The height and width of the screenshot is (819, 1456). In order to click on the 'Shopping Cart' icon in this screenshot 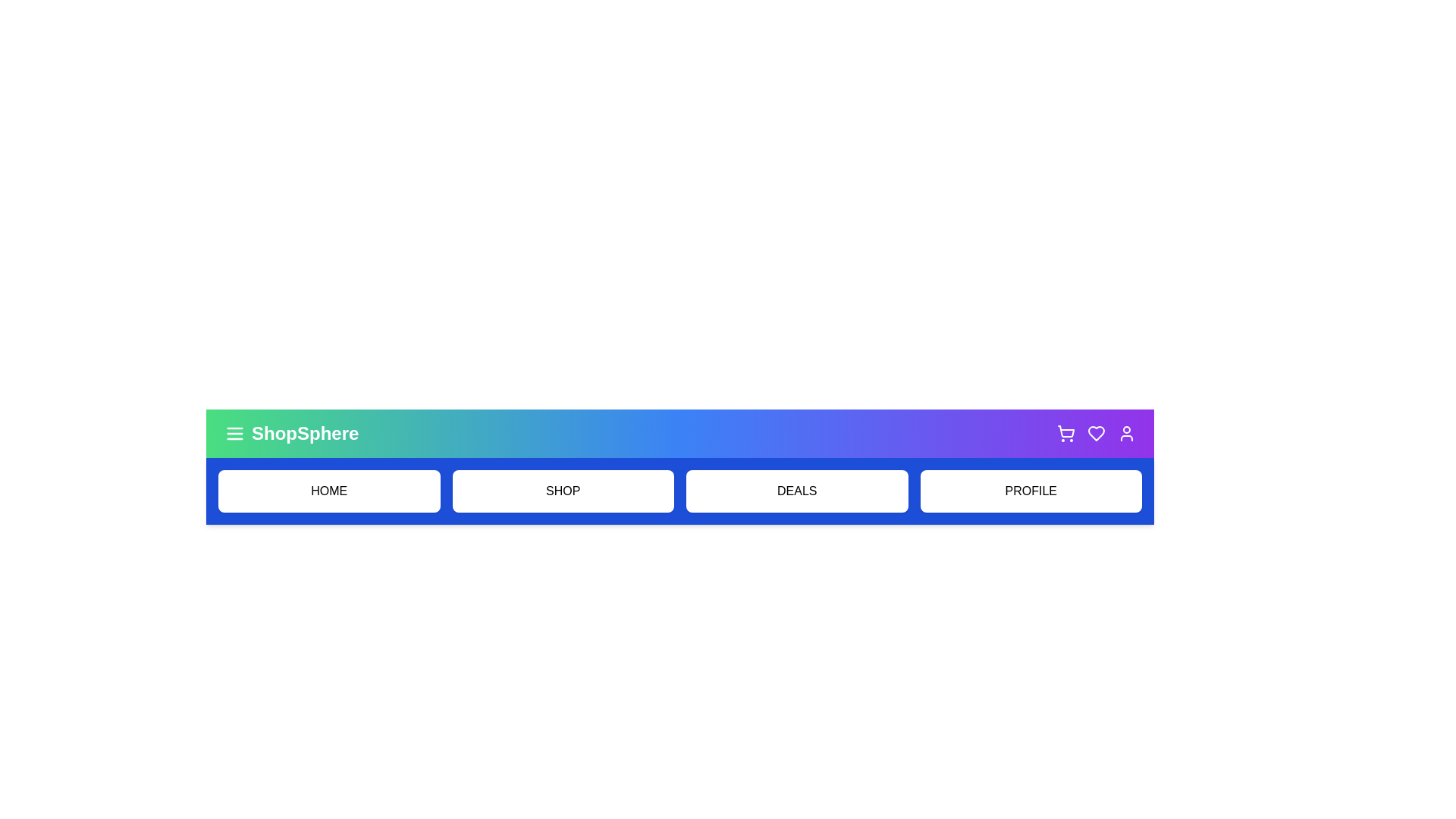, I will do `click(1065, 433)`.